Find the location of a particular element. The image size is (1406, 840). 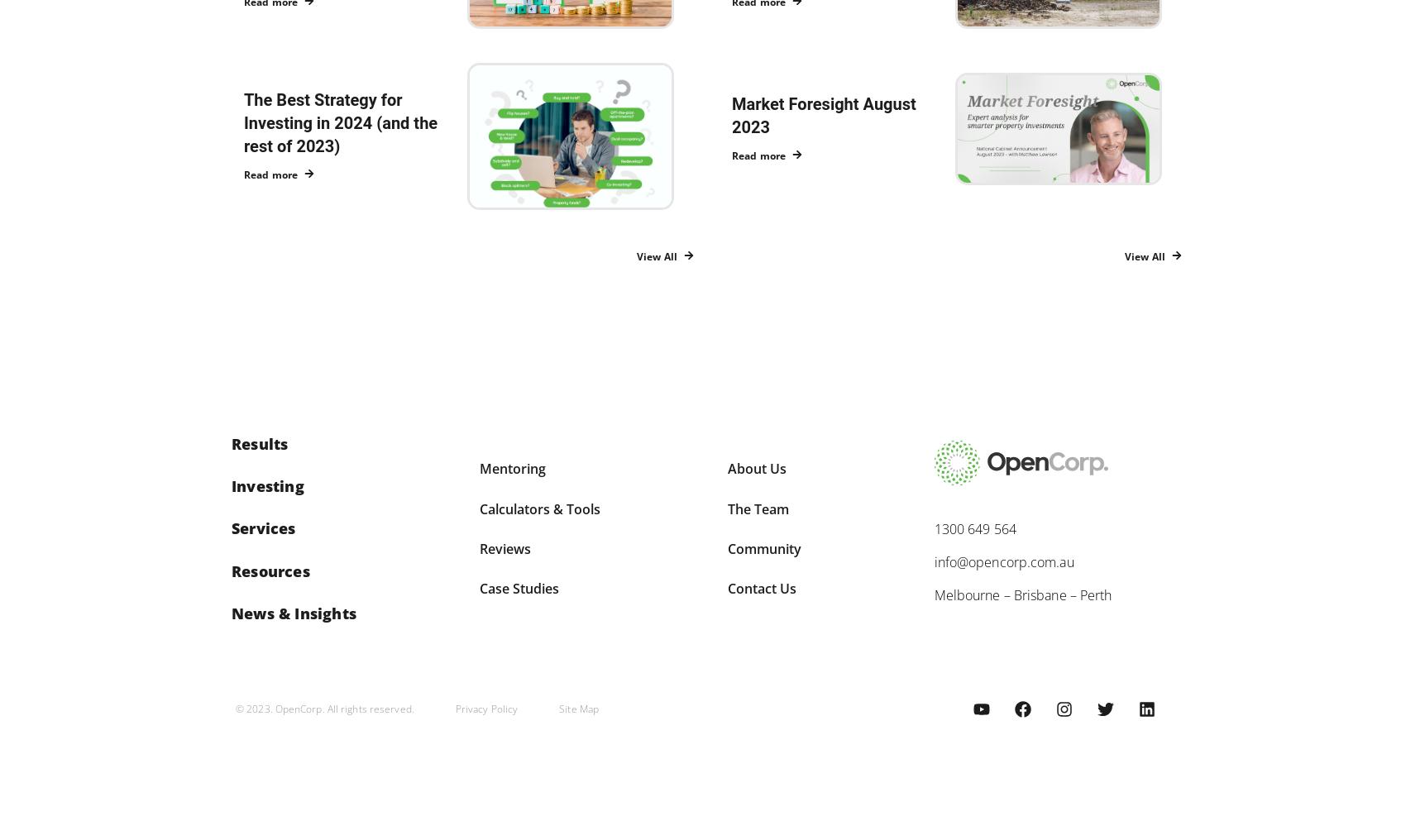

'Reviews' is located at coordinates (504, 547).